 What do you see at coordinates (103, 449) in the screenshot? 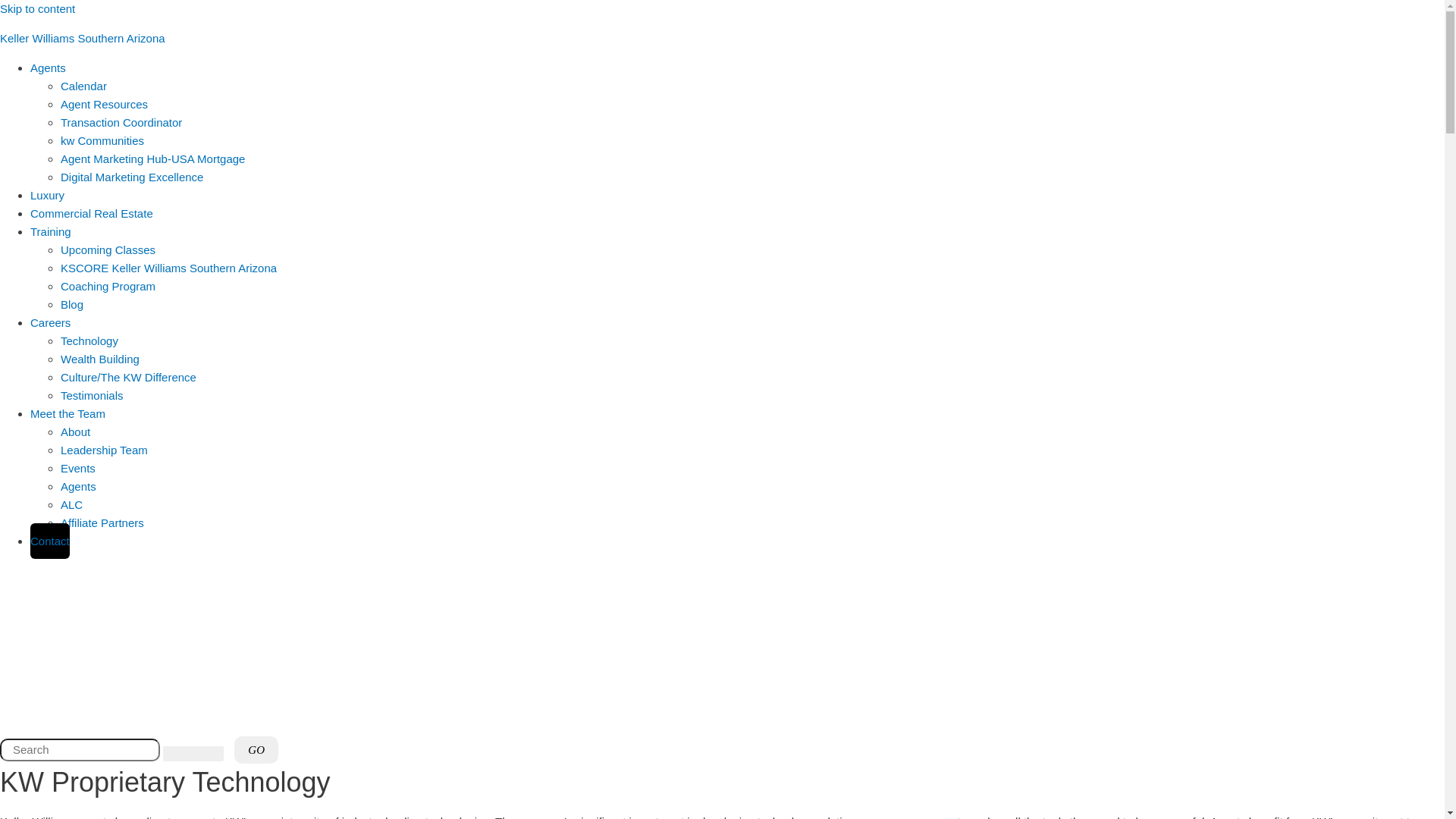
I see `'Leadership Team'` at bounding box center [103, 449].